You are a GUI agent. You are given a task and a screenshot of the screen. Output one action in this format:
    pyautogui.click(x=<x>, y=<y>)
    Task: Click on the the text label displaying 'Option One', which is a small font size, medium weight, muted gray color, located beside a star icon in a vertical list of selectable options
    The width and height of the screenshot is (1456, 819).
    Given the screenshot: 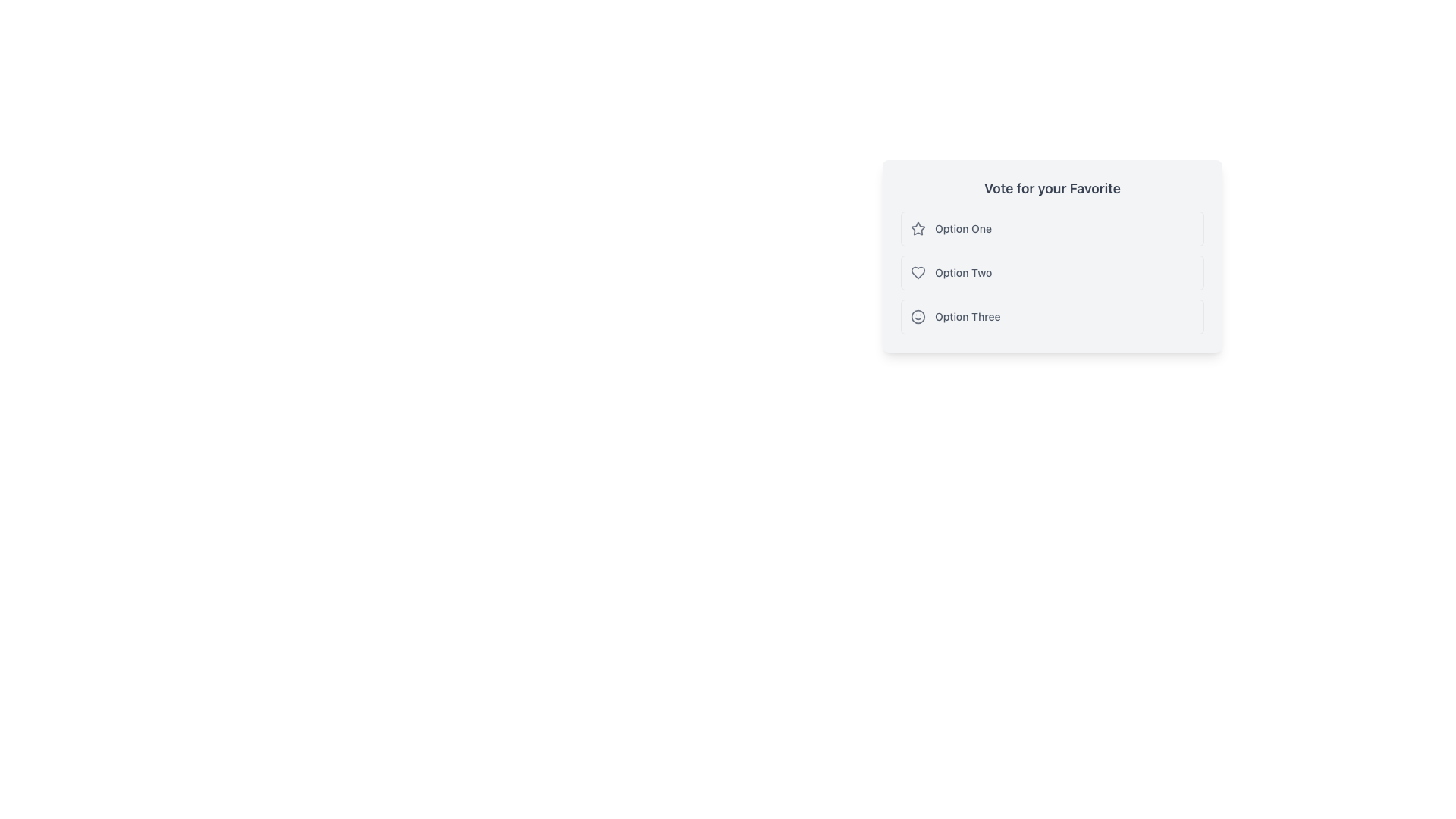 What is the action you would take?
    pyautogui.click(x=962, y=228)
    